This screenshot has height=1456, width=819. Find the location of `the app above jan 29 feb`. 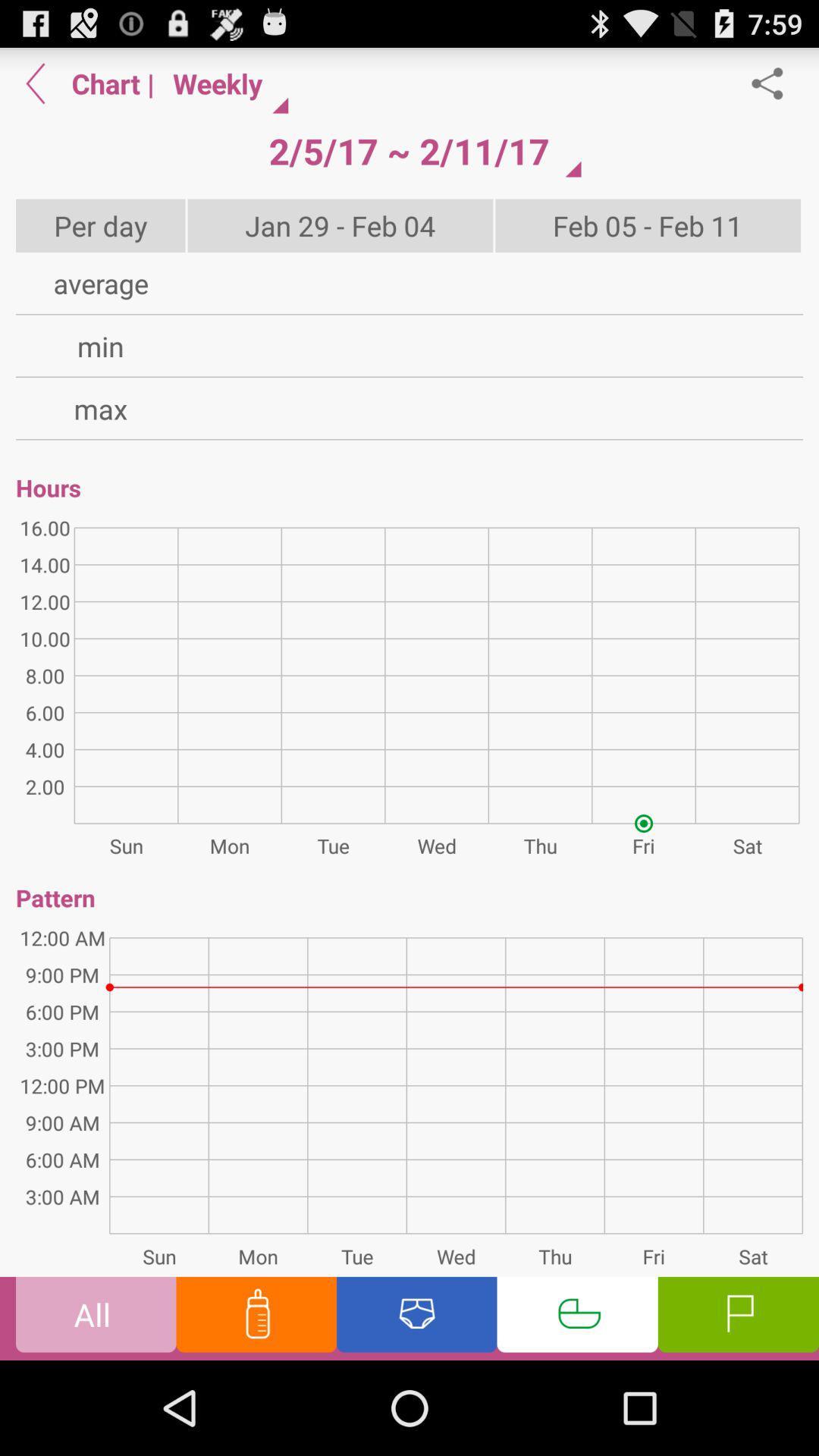

the app above jan 29 feb is located at coordinates (408, 151).